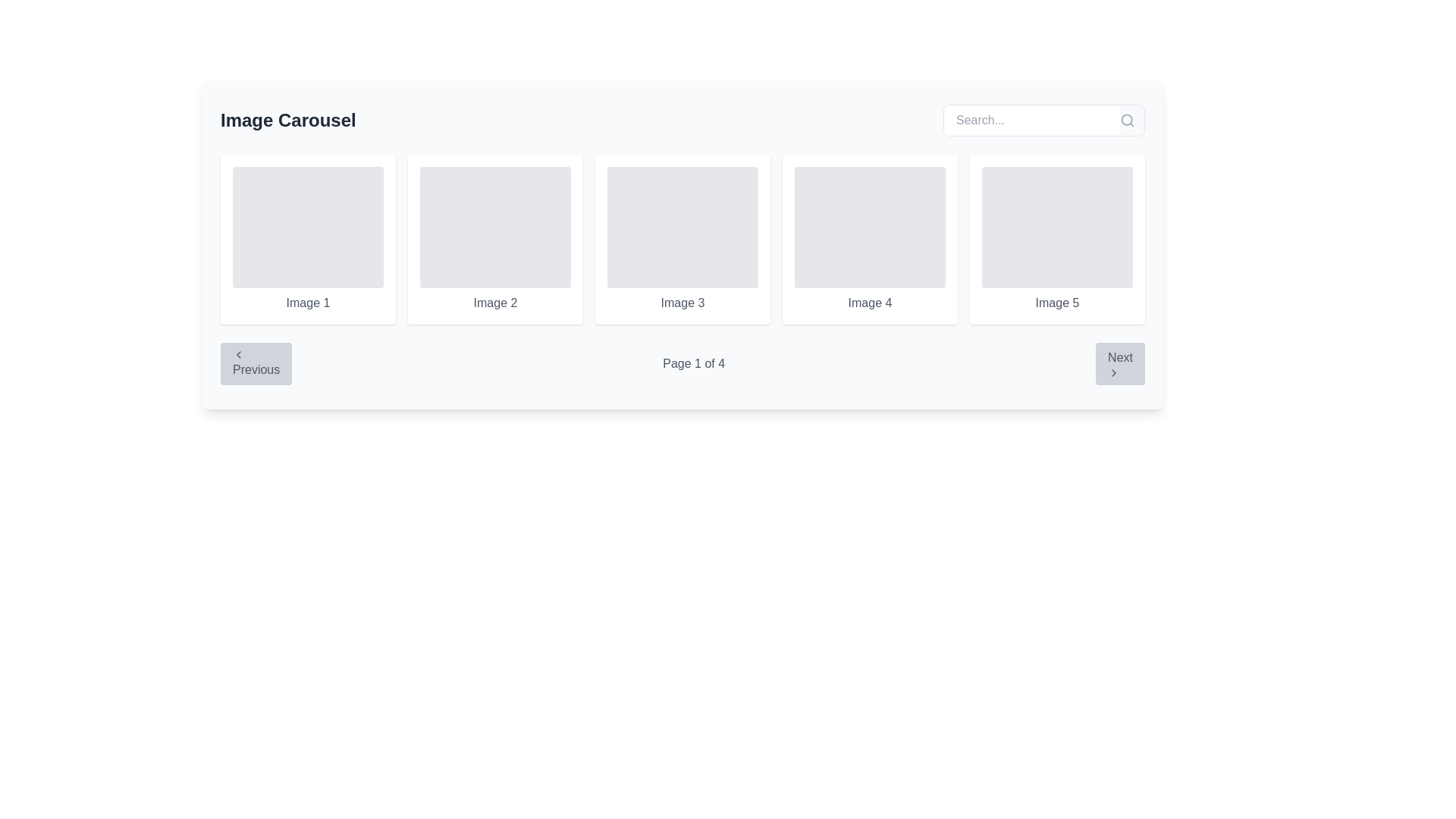  What do you see at coordinates (682, 363) in the screenshot?
I see `current page information displayed in the center text of the Pagination bar, which shows 'Page 1 of 4'` at bounding box center [682, 363].